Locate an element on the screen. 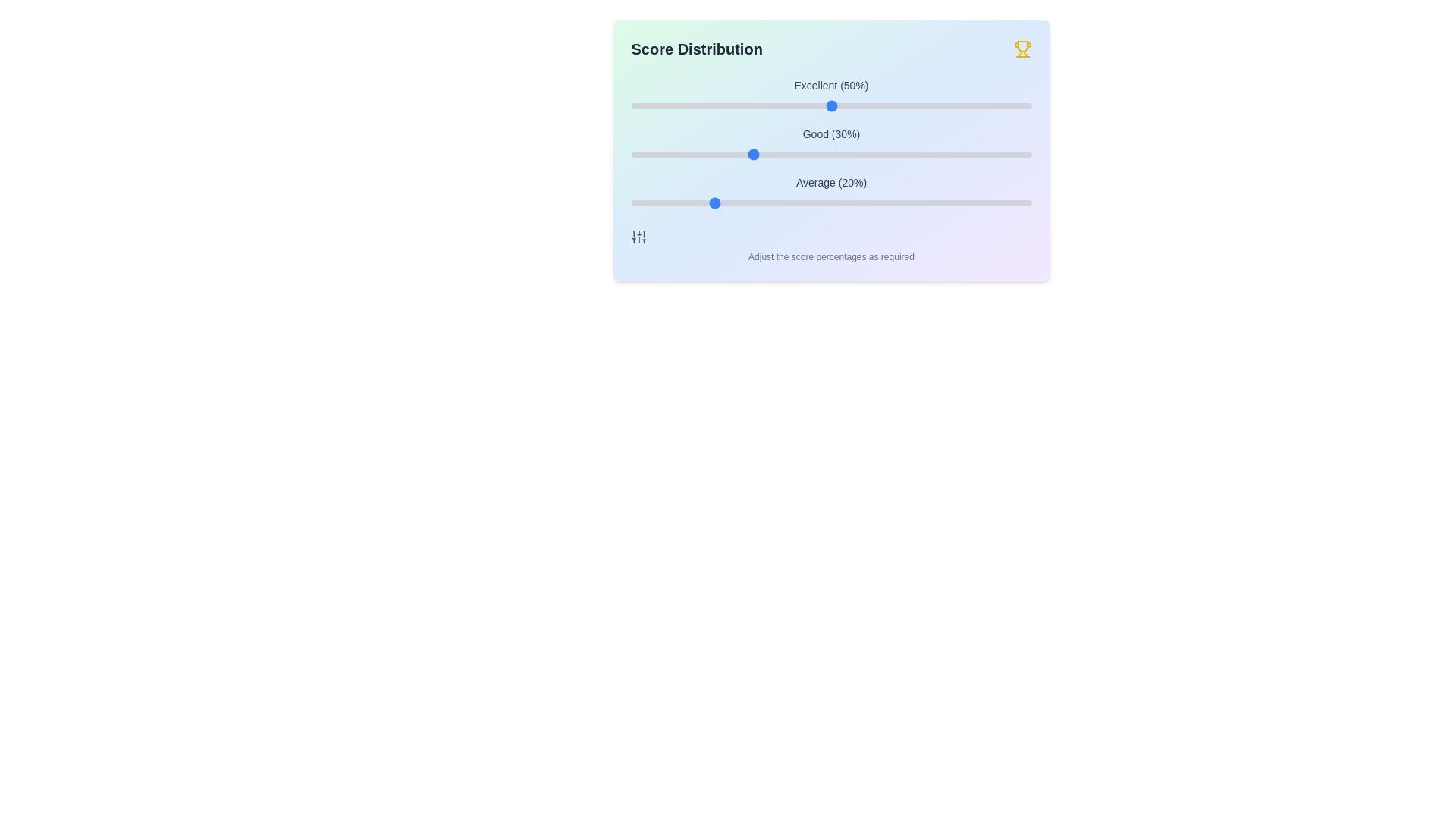  the slider for the 'Good' category to 20% is located at coordinates (711, 155).